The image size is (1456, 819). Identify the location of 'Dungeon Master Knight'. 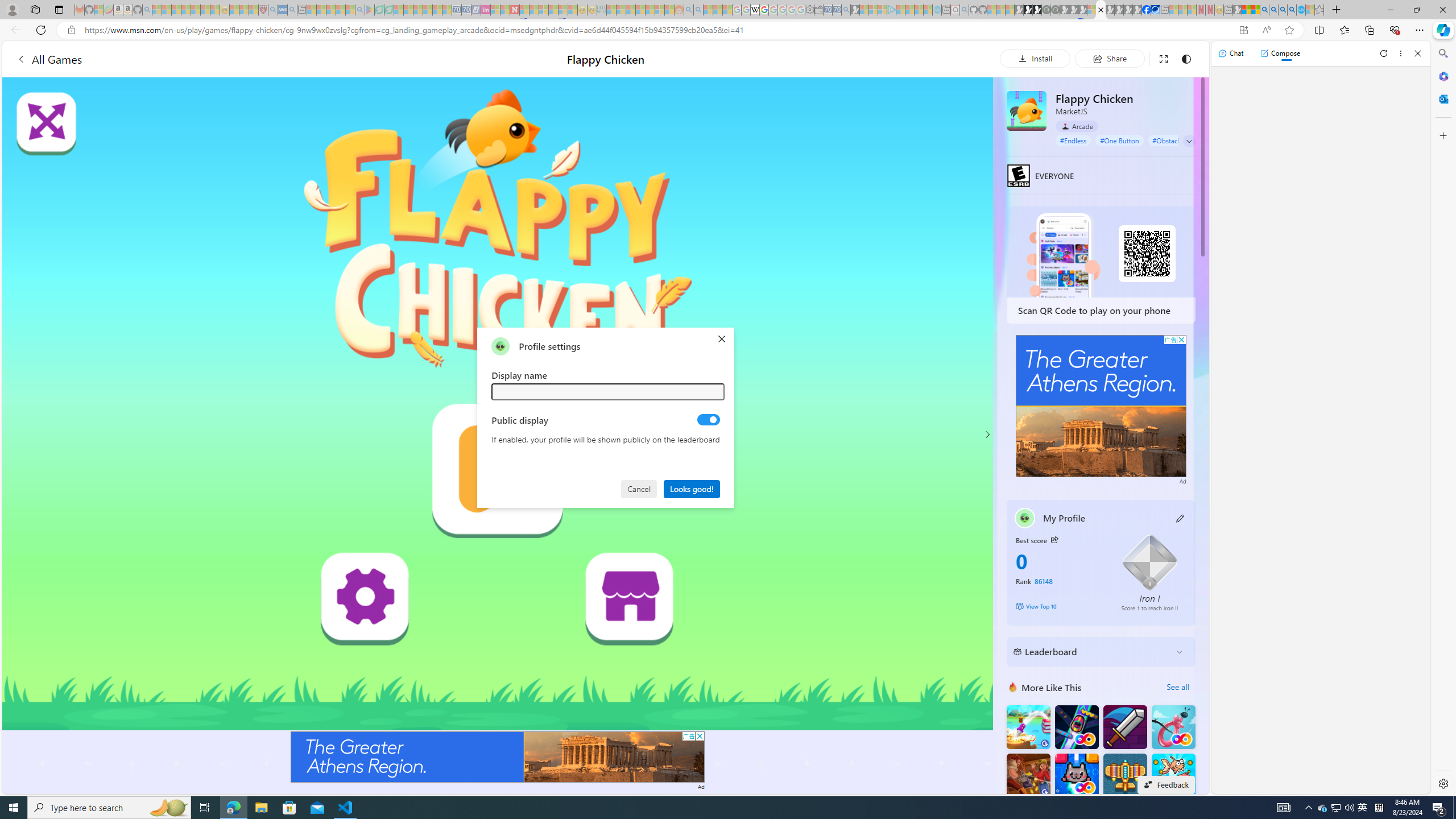
(1124, 727).